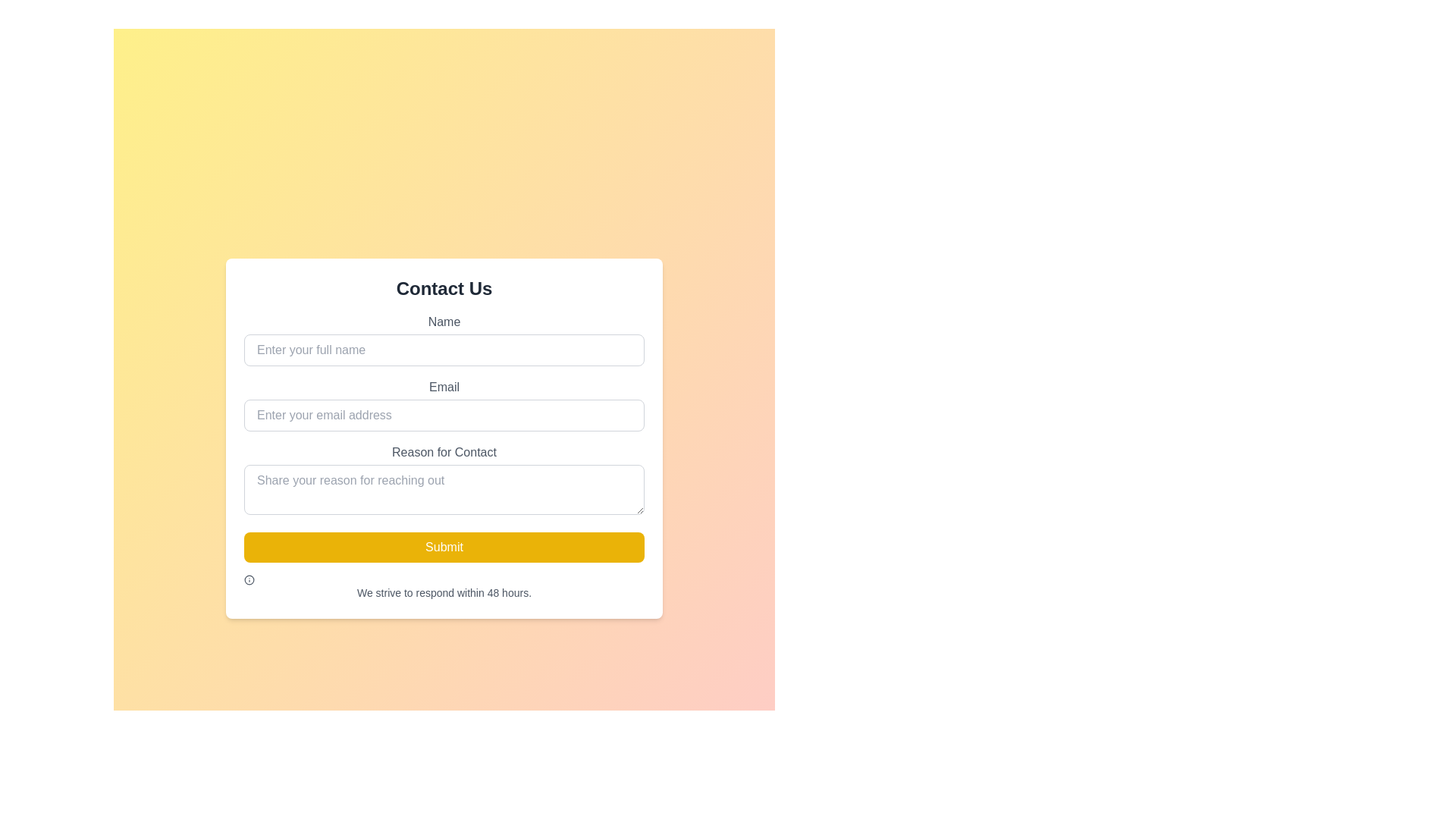 The width and height of the screenshot is (1456, 819). Describe the element at coordinates (443, 451) in the screenshot. I see `the Text Label that describes the purpose of the associated input field for providing a reason for contacting, located centrally above the 'Share your reason for reaching out' text input field` at that location.